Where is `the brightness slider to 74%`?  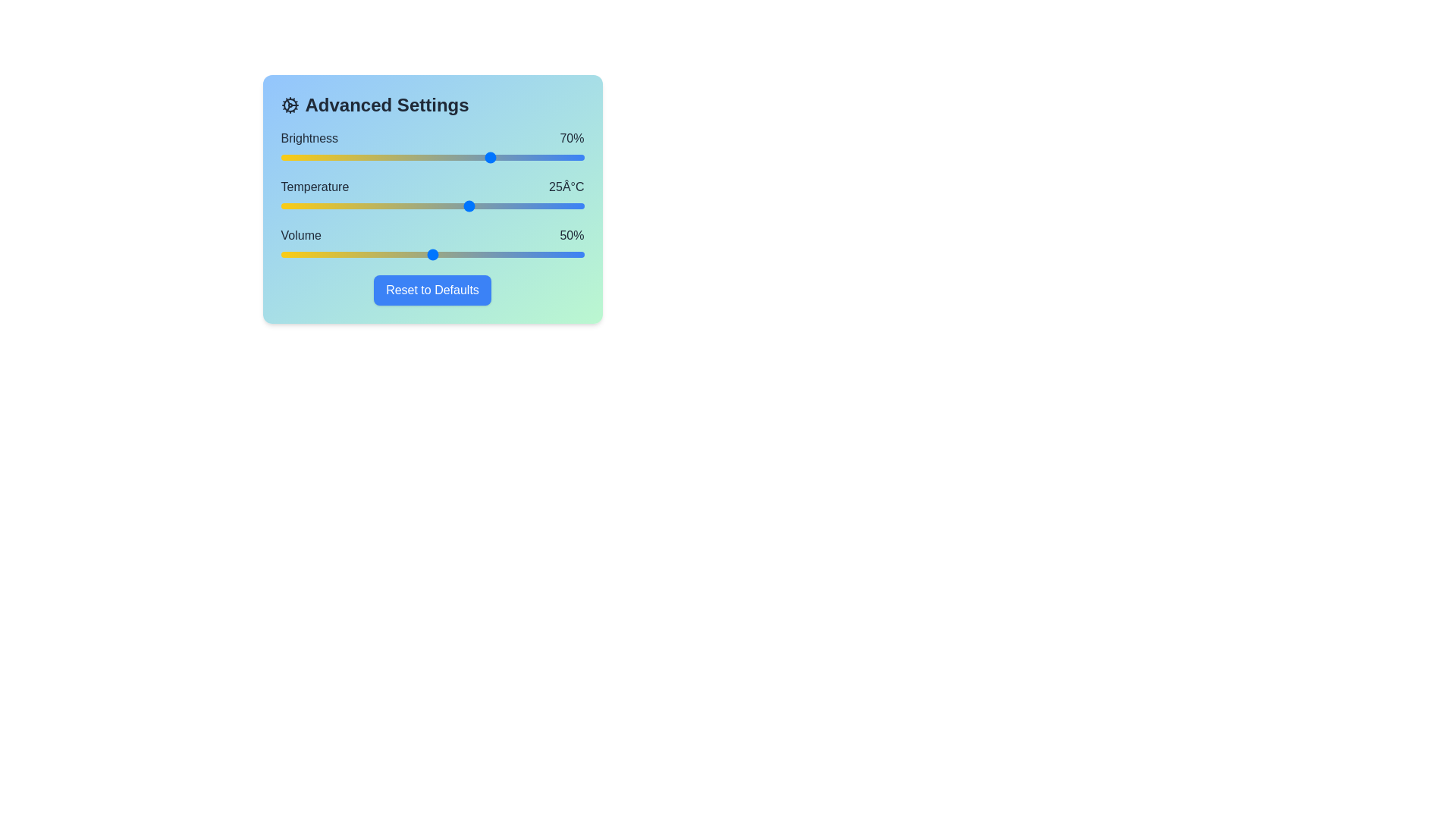 the brightness slider to 74% is located at coordinates (505, 158).